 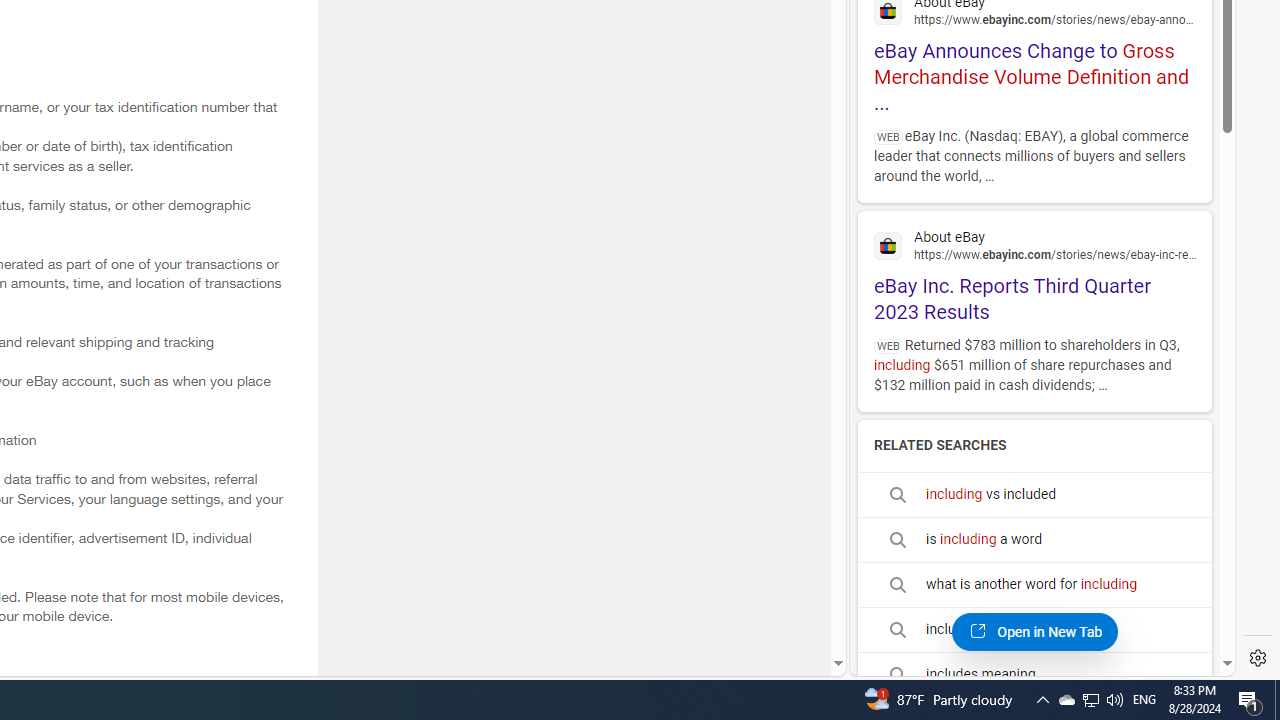 I want to click on 'including vs included', so click(x=1034, y=494).